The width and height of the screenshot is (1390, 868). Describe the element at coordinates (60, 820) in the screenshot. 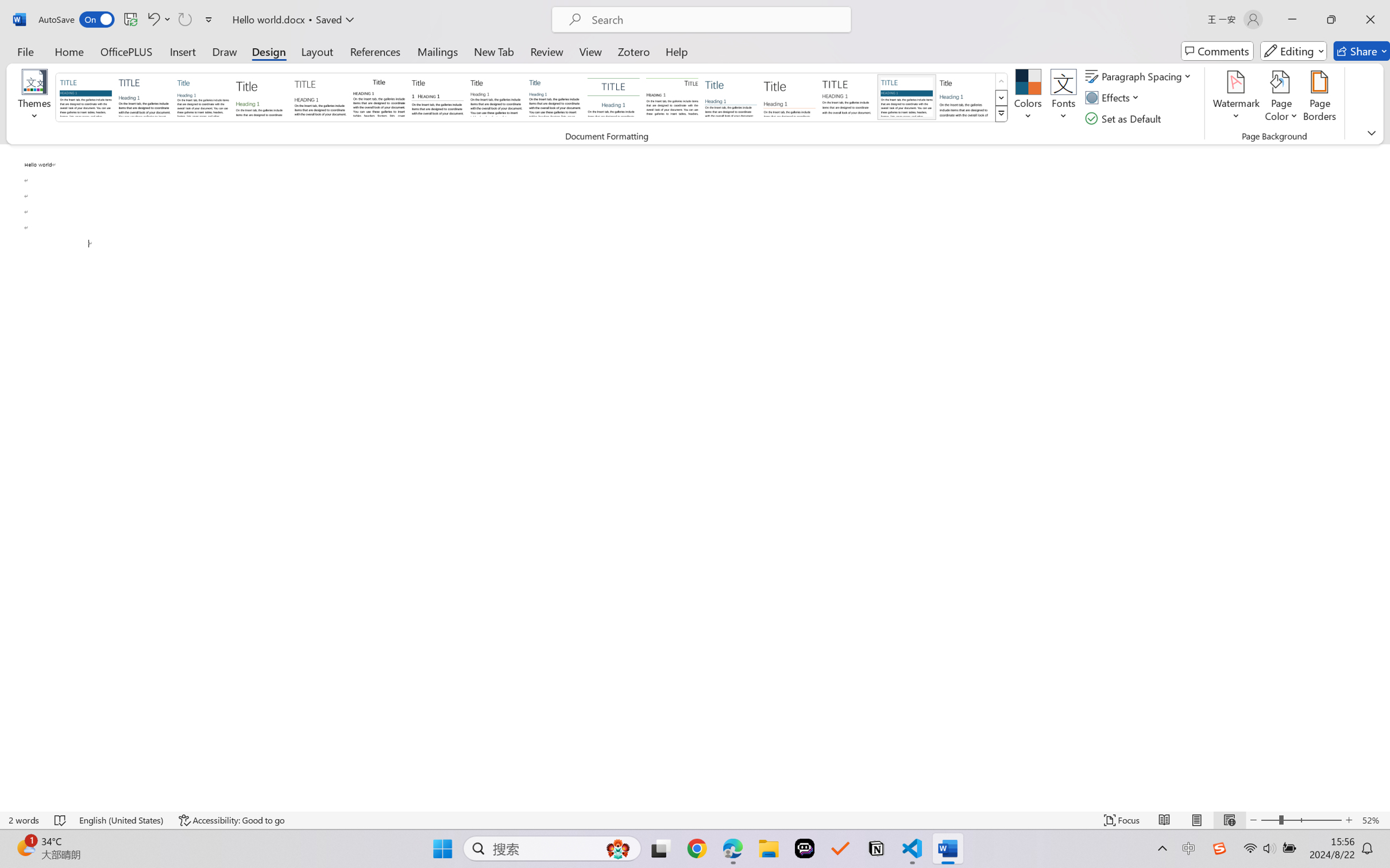

I see `'Spelling and Grammar Check No Errors'` at that location.